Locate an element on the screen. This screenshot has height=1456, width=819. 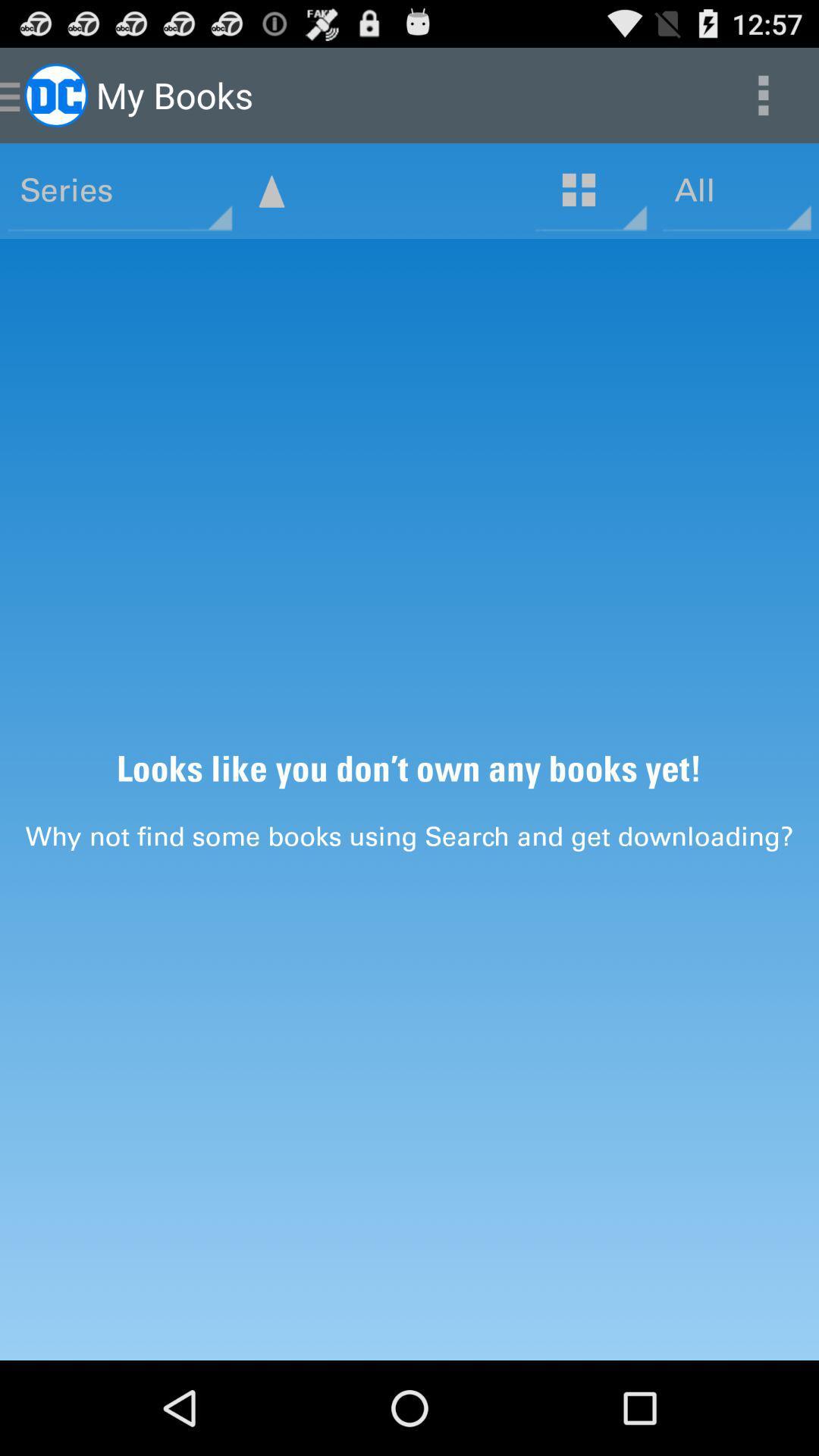
icon above the looks like you is located at coordinates (271, 190).